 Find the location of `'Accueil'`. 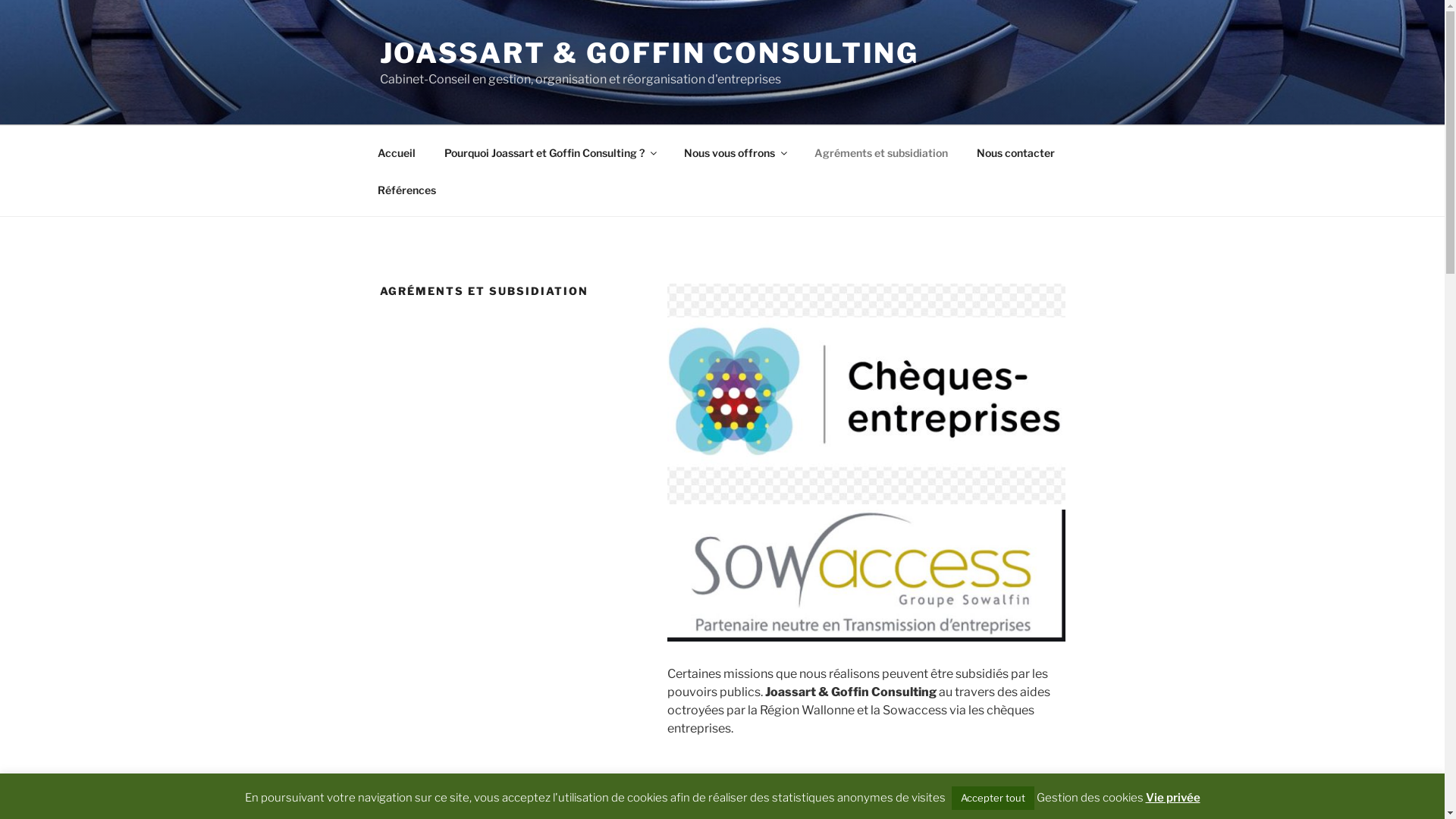

'Accueil' is located at coordinates (396, 152).